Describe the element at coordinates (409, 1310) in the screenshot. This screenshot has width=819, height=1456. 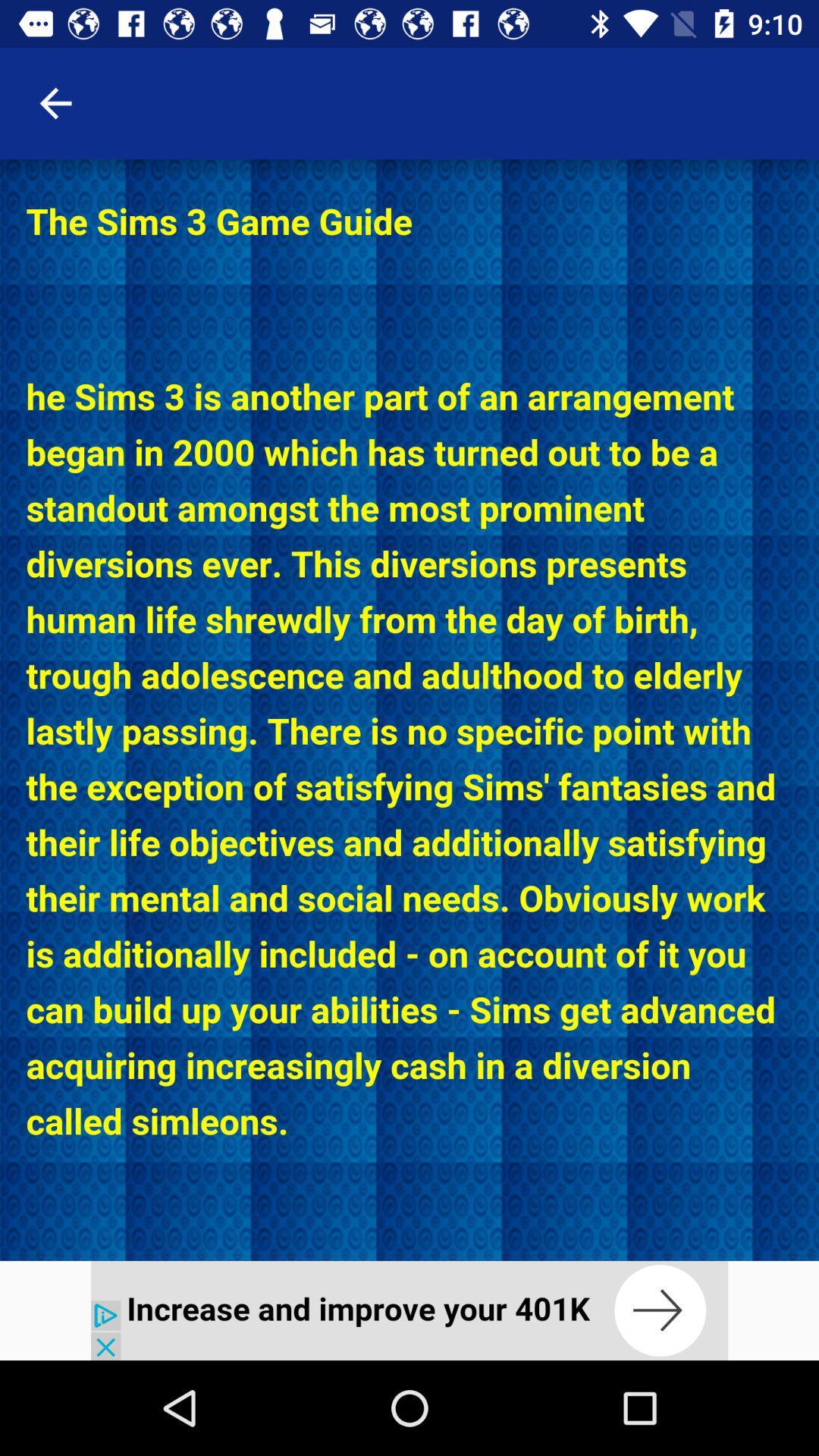
I see `advertisement` at that location.